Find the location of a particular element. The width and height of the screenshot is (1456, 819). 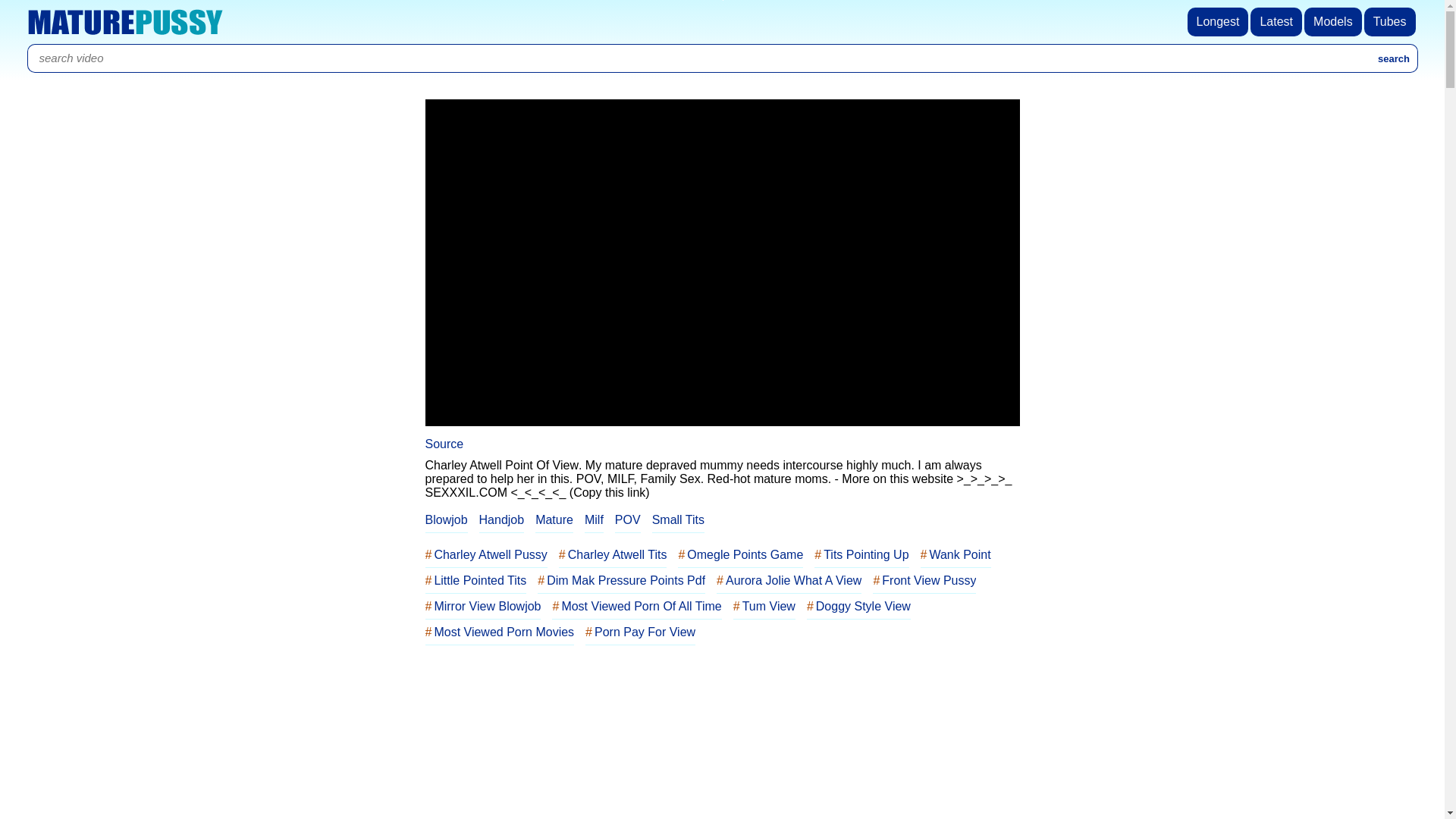

'Little Pointed Tits' is located at coordinates (475, 580).